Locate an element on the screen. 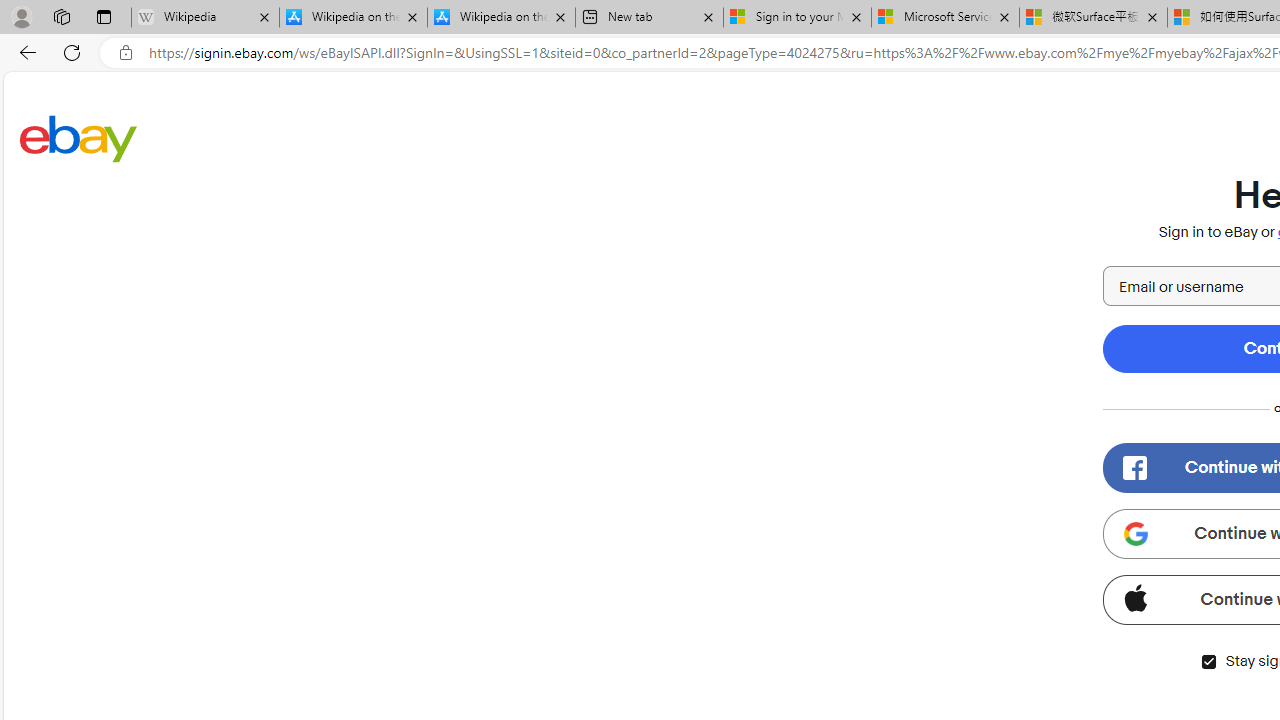  'Stay signed in' is located at coordinates (1207, 661).